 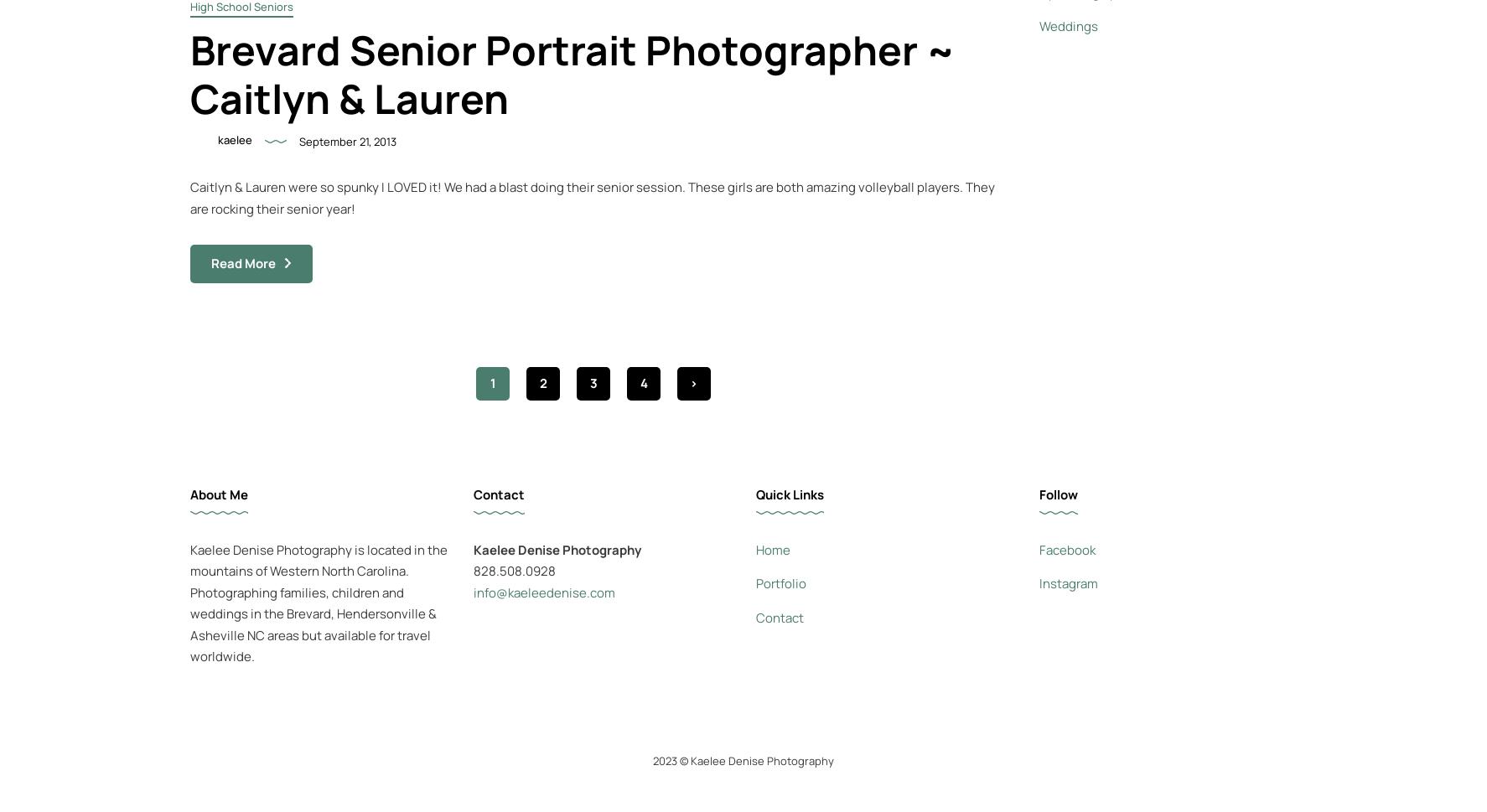 I want to click on 'Kaelee Denise Photography is located in the mountains of Western North Carolina. Photographing families, children and weddings in the Brevard, Hendersonville & Asheville NC areas but available for travel worldwide.', so click(x=318, y=603).